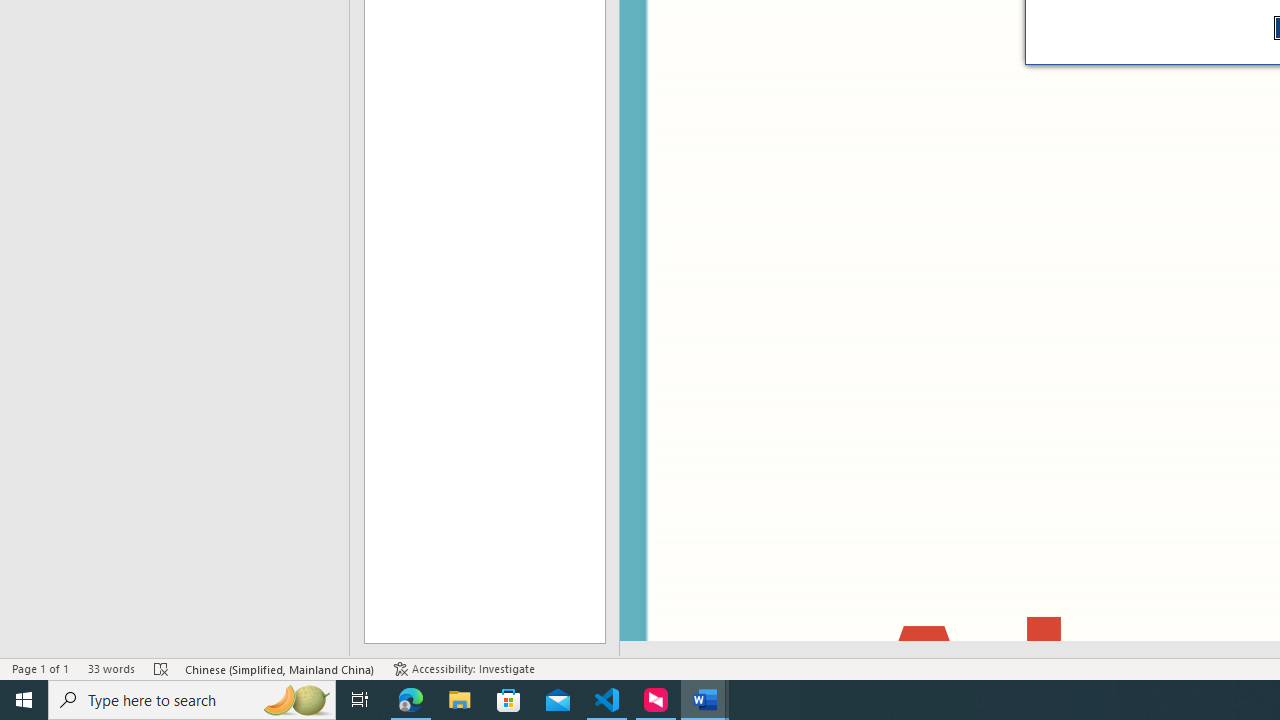 The width and height of the screenshot is (1280, 720). What do you see at coordinates (161, 669) in the screenshot?
I see `'Spelling and Grammar Check Errors'` at bounding box center [161, 669].